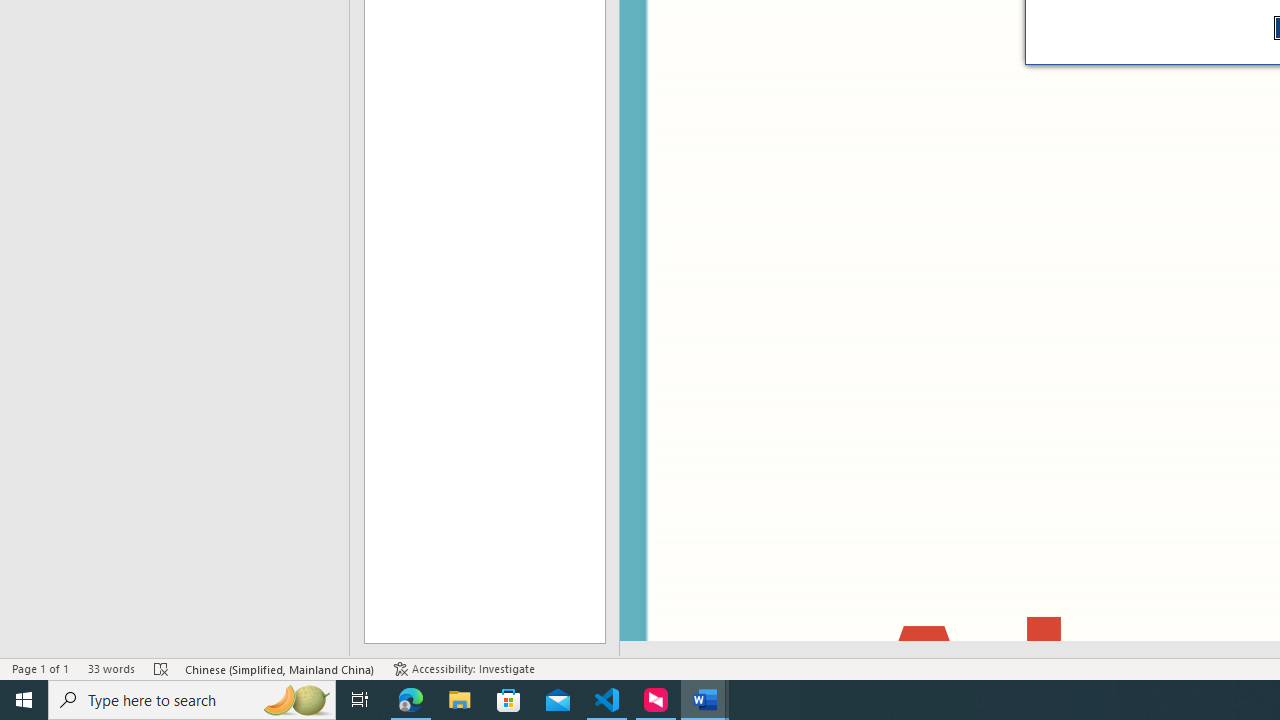 The width and height of the screenshot is (1280, 720). What do you see at coordinates (161, 669) in the screenshot?
I see `'Spelling and Grammar Check Errors'` at bounding box center [161, 669].